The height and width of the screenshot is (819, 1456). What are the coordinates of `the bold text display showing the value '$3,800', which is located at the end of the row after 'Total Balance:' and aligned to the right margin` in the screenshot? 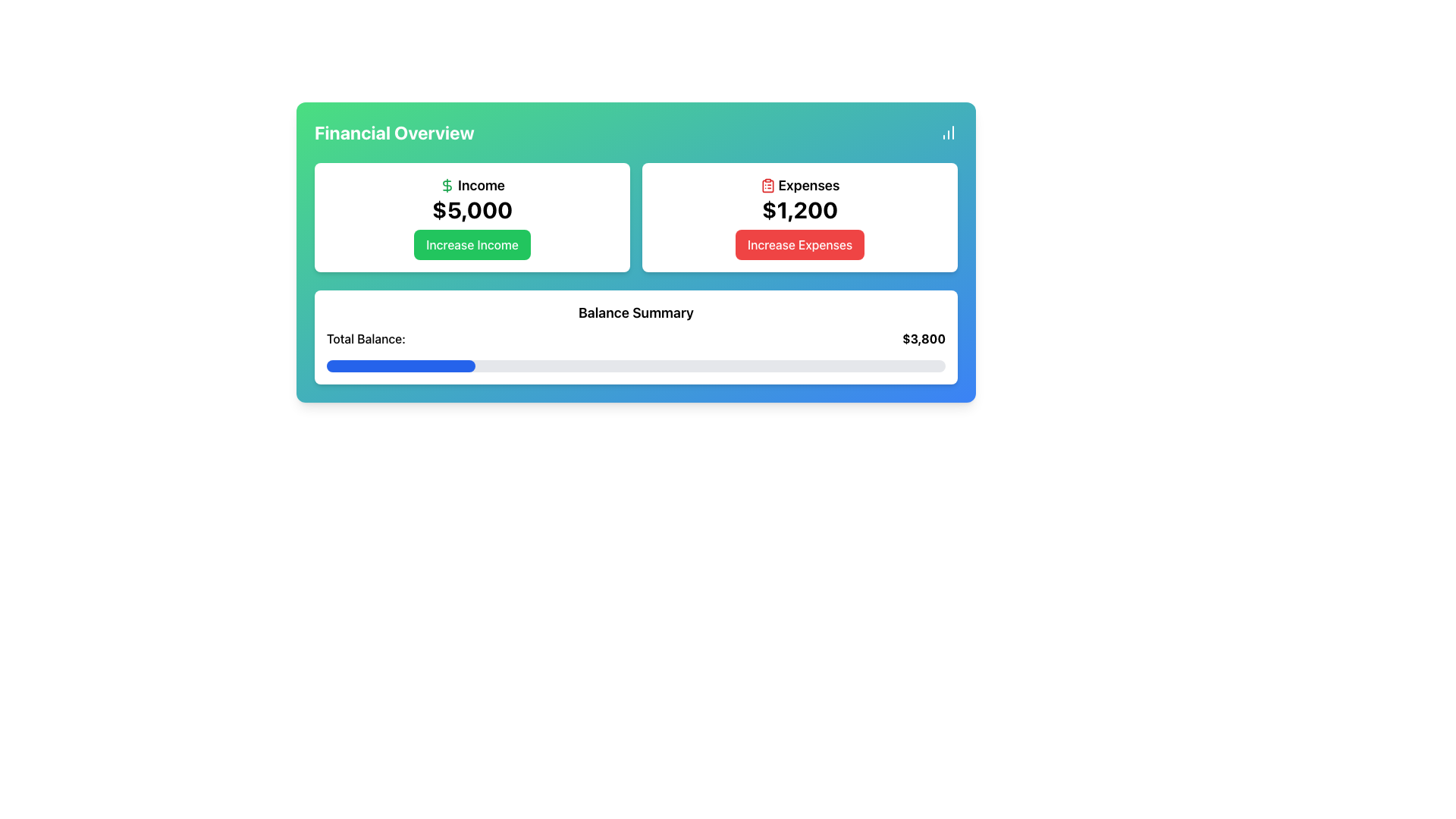 It's located at (923, 338).